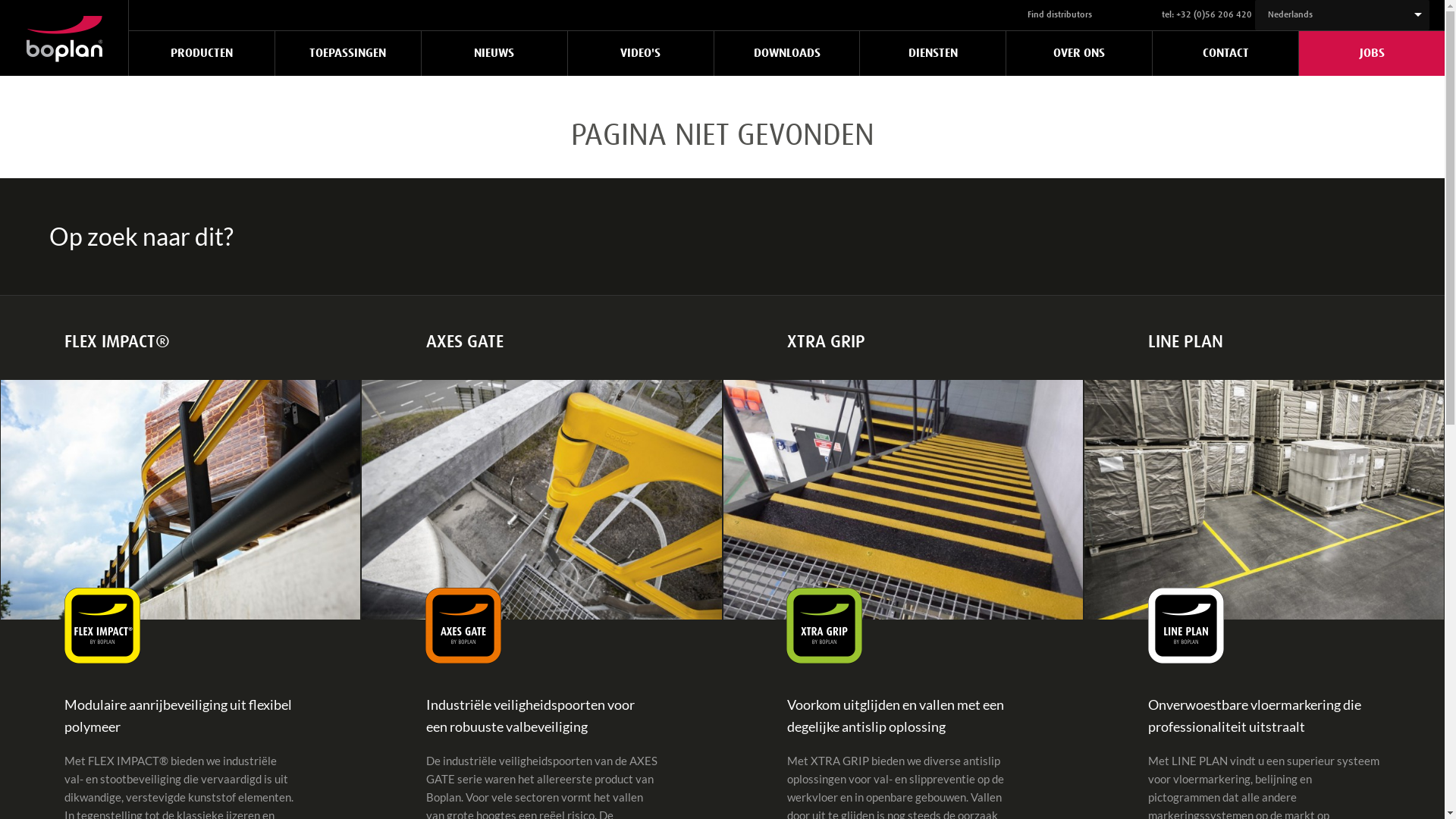 The width and height of the screenshot is (1456, 819). I want to click on 'JOBS', so click(1372, 52).